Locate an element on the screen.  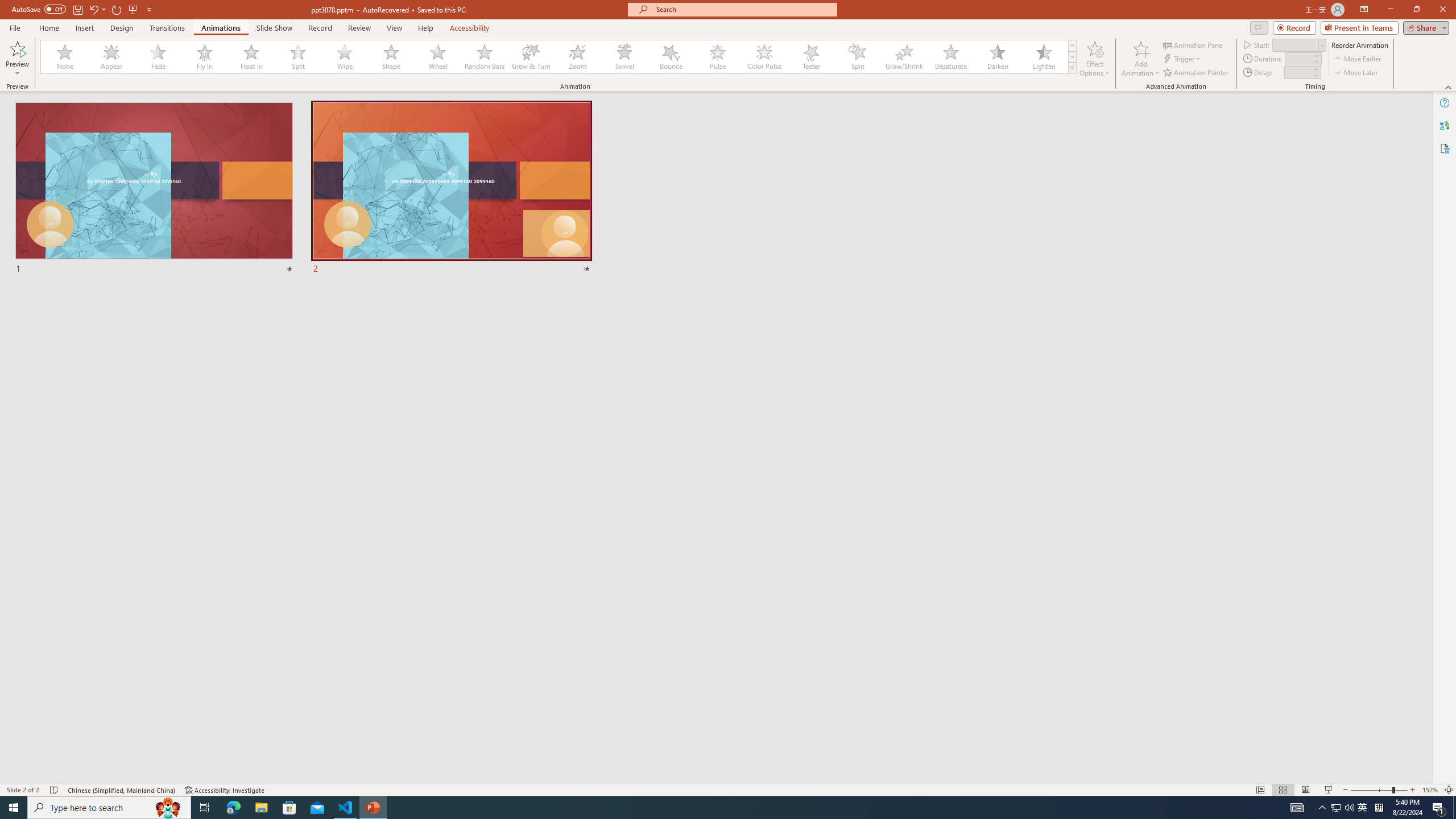
'Shape' is located at coordinates (391, 56).